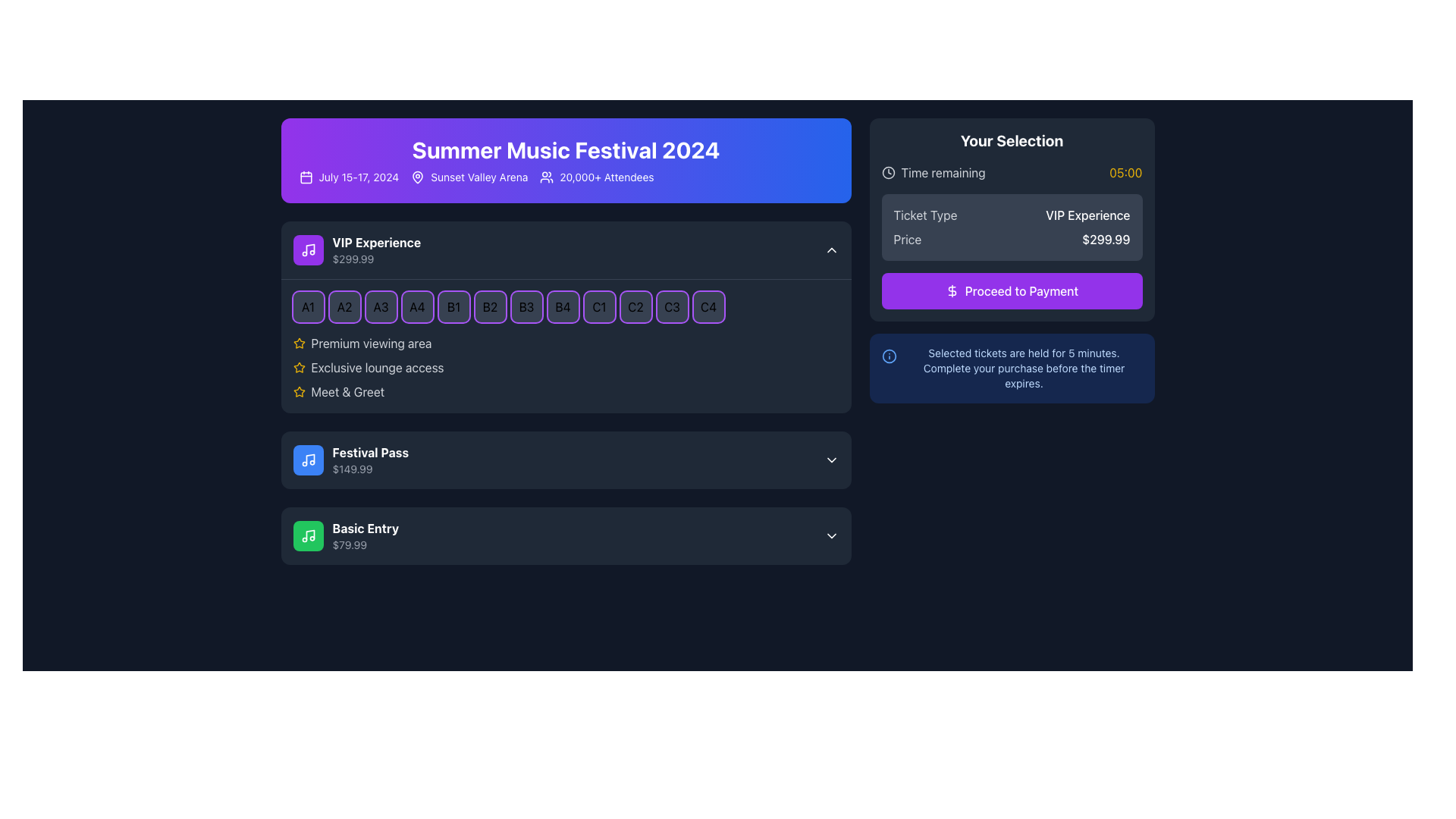 Image resolution: width=1456 pixels, height=819 pixels. I want to click on the Promotional Banner displaying 'Summer Music Festival 2024' with gradient colors in purple and blue, so click(565, 161).